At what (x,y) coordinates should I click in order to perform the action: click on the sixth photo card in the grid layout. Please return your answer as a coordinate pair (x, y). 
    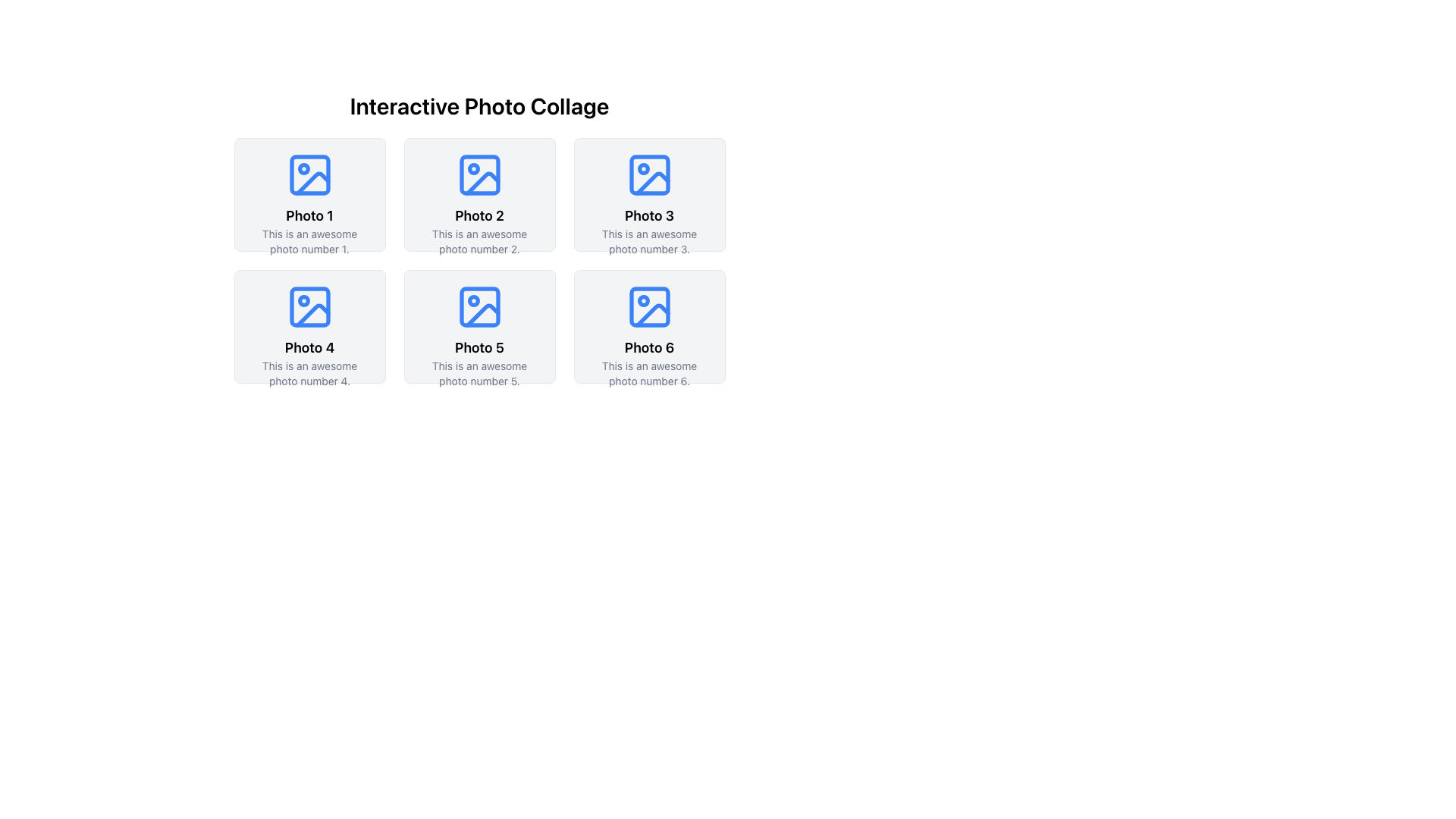
    Looking at the image, I should click on (649, 326).